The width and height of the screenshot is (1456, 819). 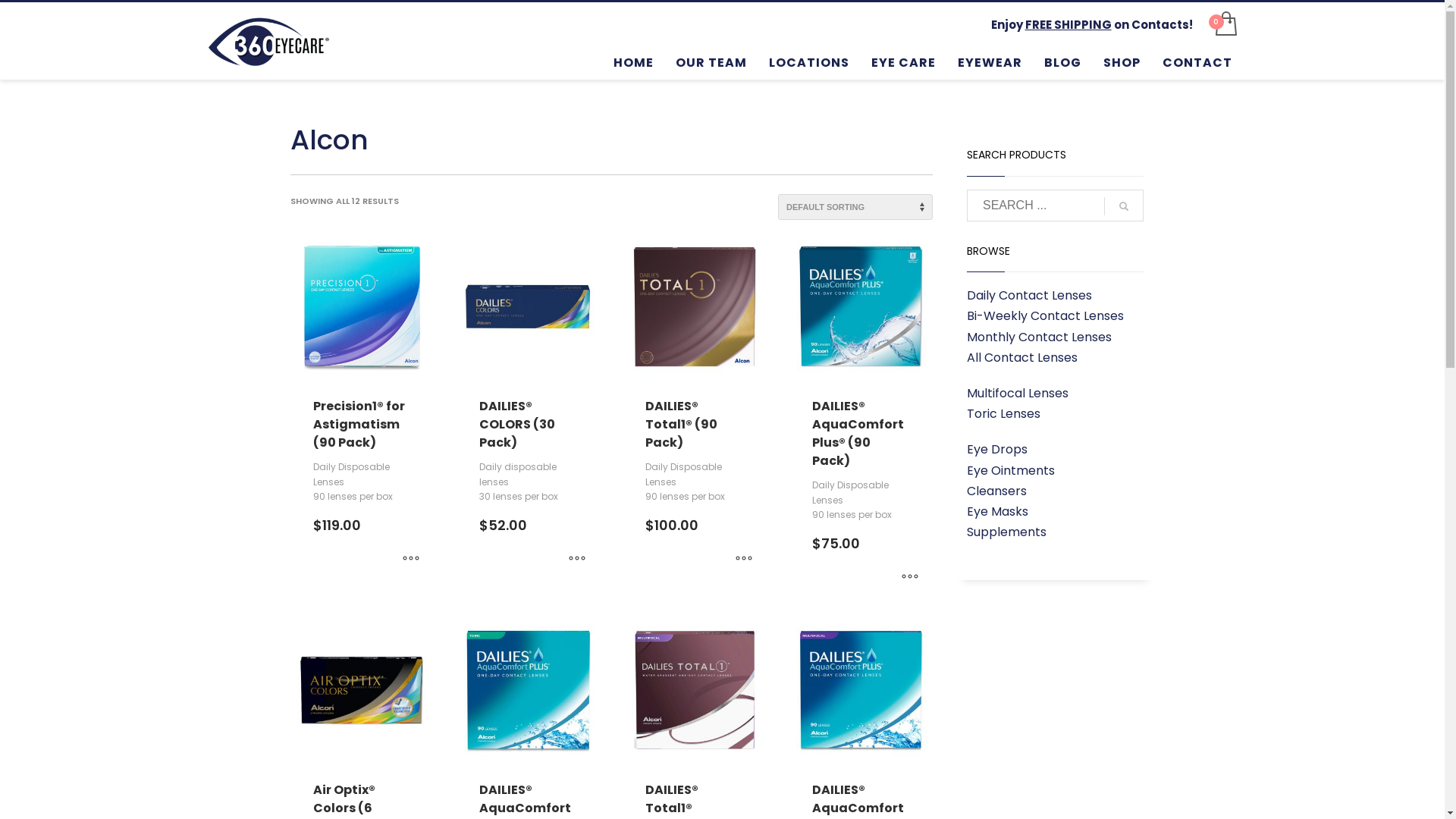 I want to click on 'Bi-Weekly Contact Lenses', so click(x=1044, y=315).